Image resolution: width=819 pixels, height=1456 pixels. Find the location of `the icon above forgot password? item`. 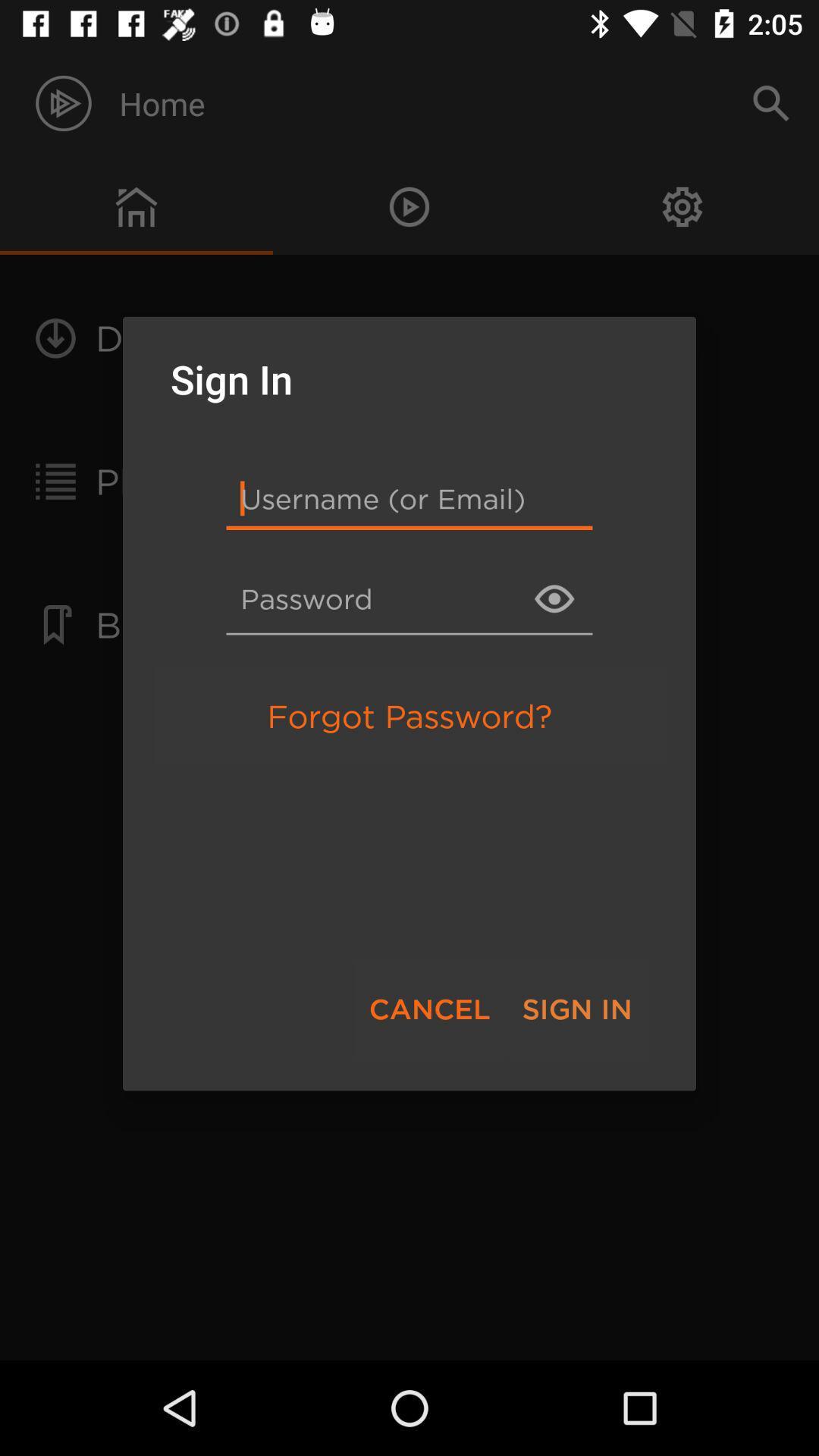

the icon above forgot password? item is located at coordinates (409, 598).